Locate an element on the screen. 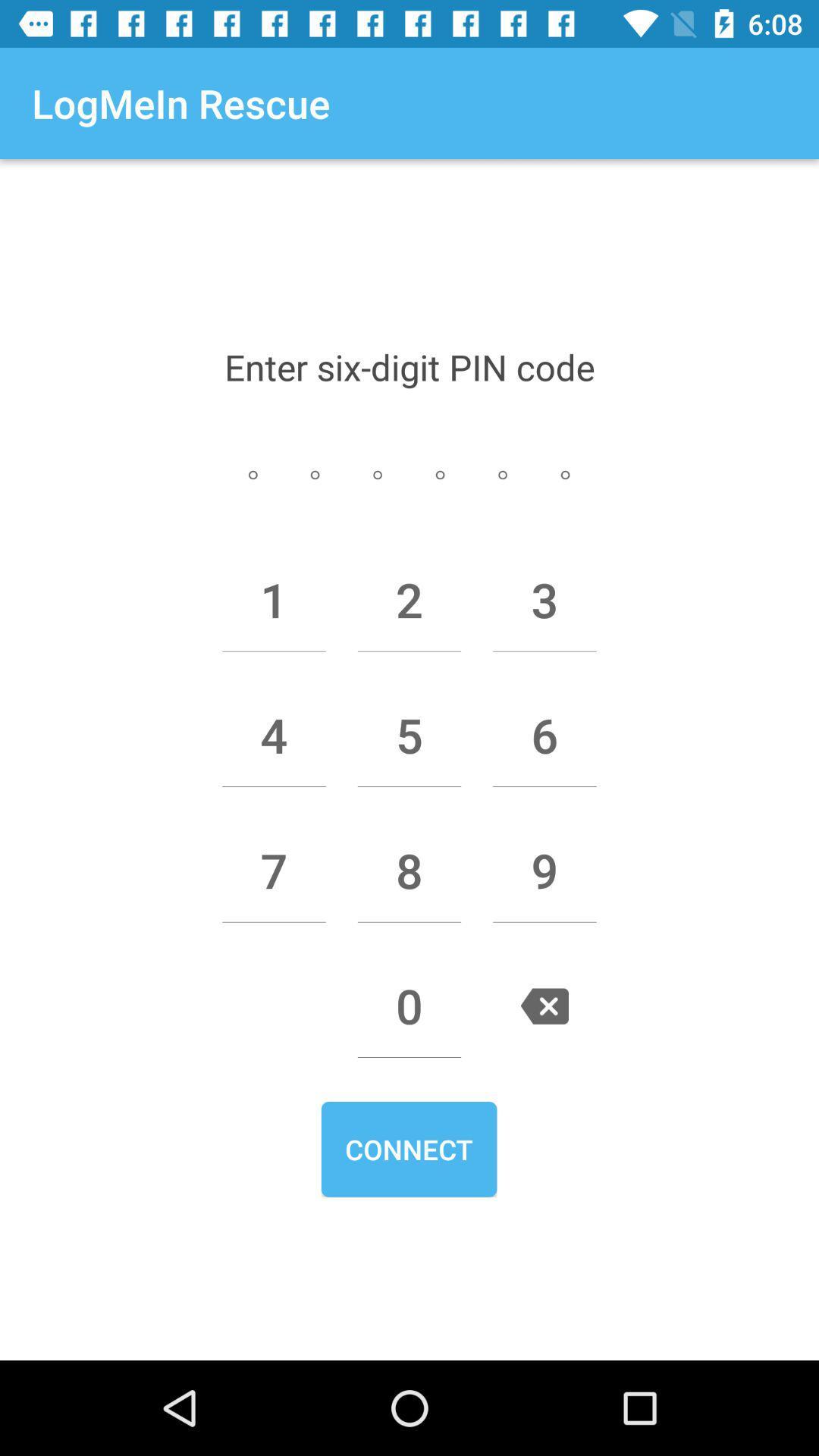 This screenshot has width=819, height=1456. item next to 1 icon is located at coordinates (409, 599).